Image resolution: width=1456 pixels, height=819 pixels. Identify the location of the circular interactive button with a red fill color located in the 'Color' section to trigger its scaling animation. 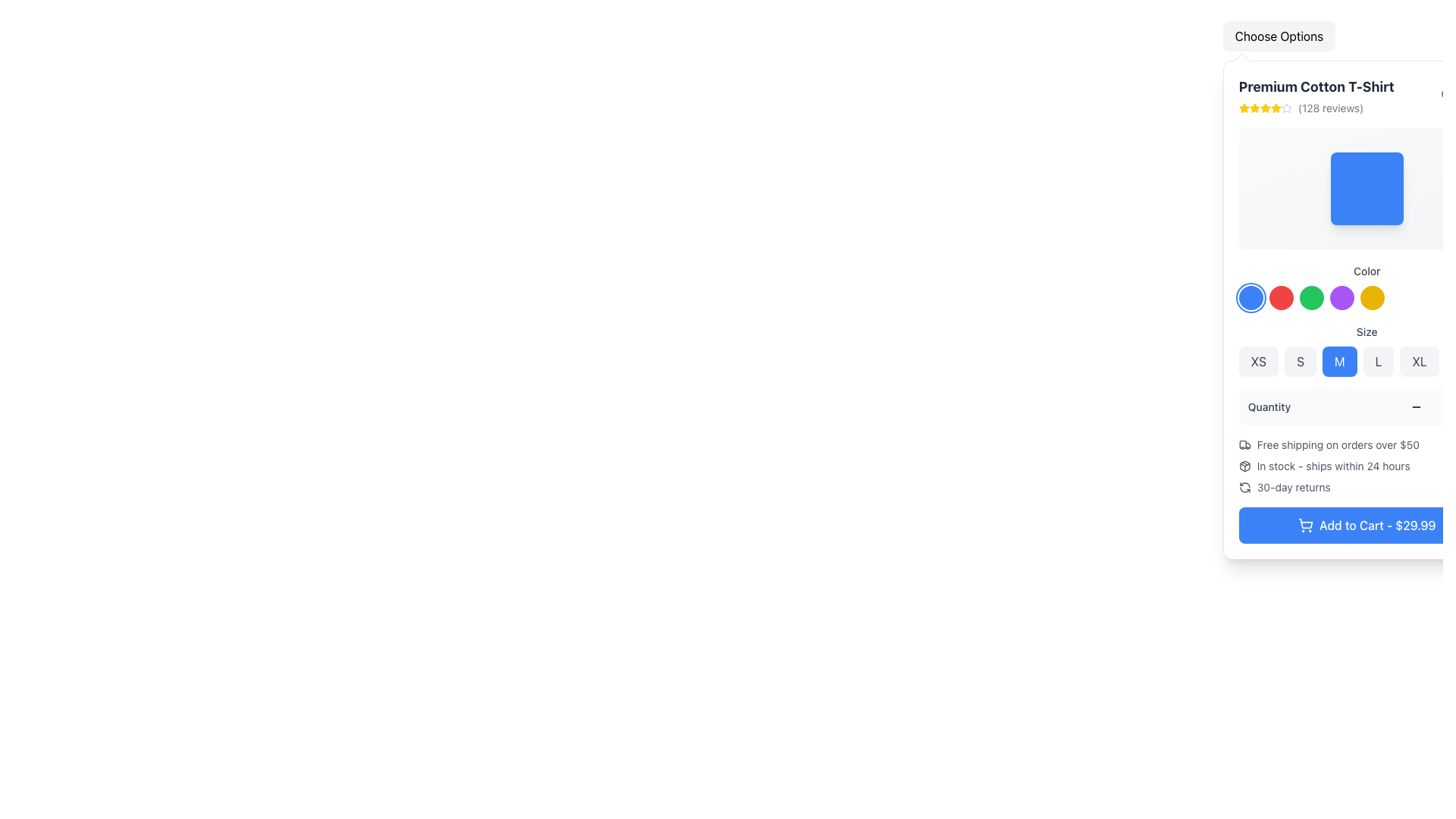
(1280, 298).